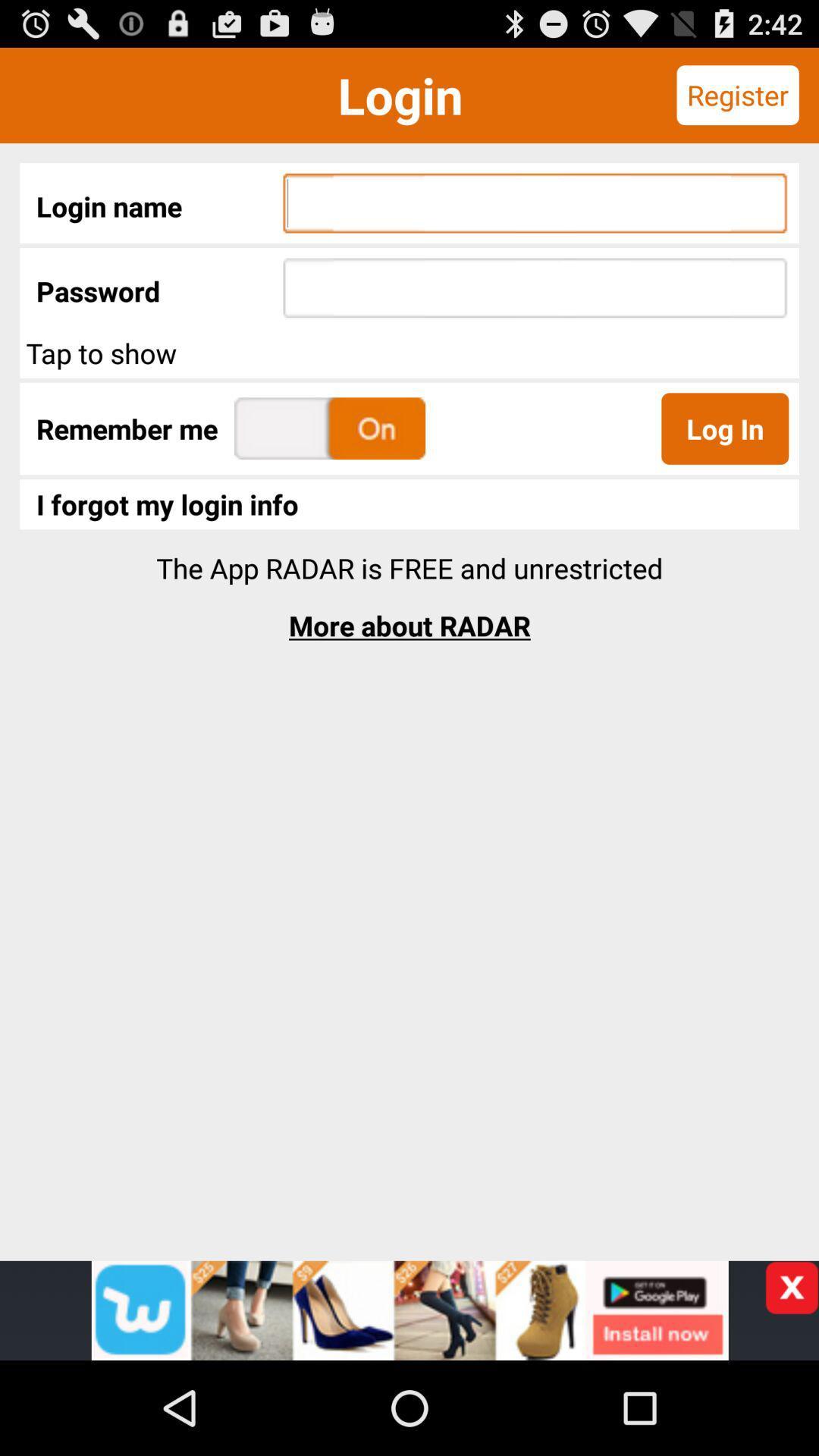 The image size is (819, 1456). Describe the element at coordinates (409, 352) in the screenshot. I see `the button tap to show on the web page` at that location.